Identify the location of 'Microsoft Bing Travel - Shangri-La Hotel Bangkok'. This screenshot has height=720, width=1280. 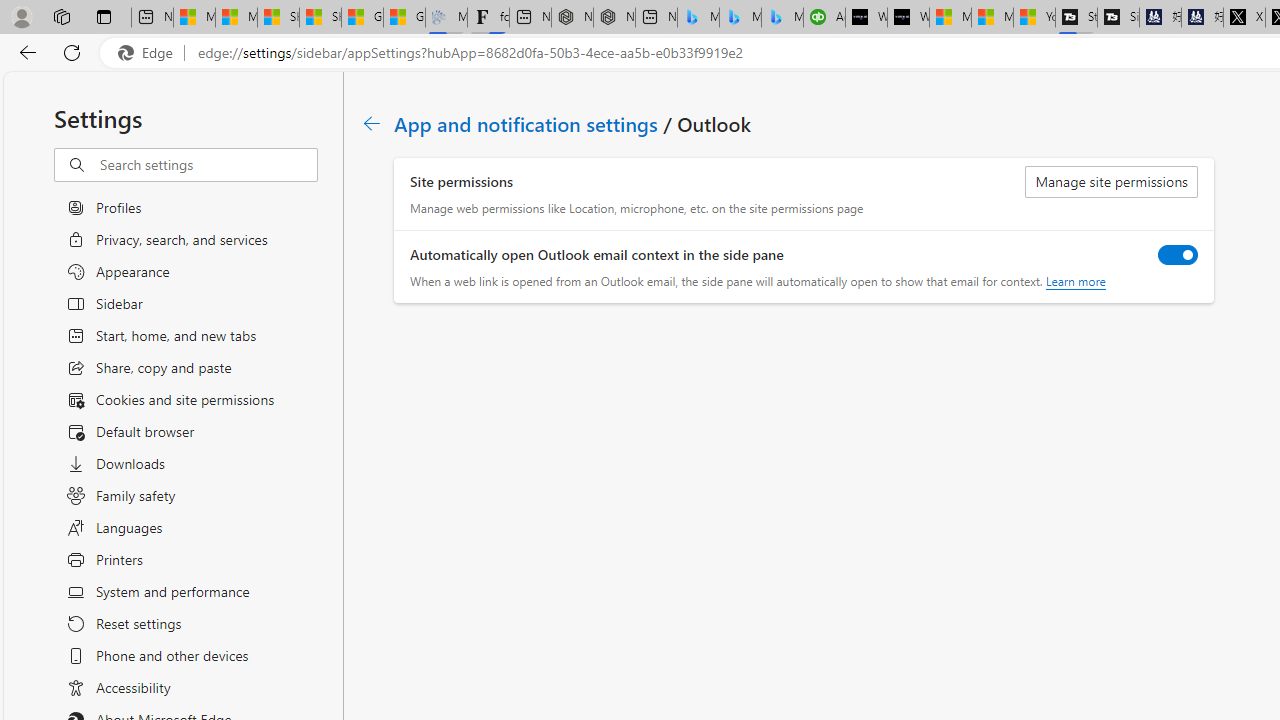
(781, 17).